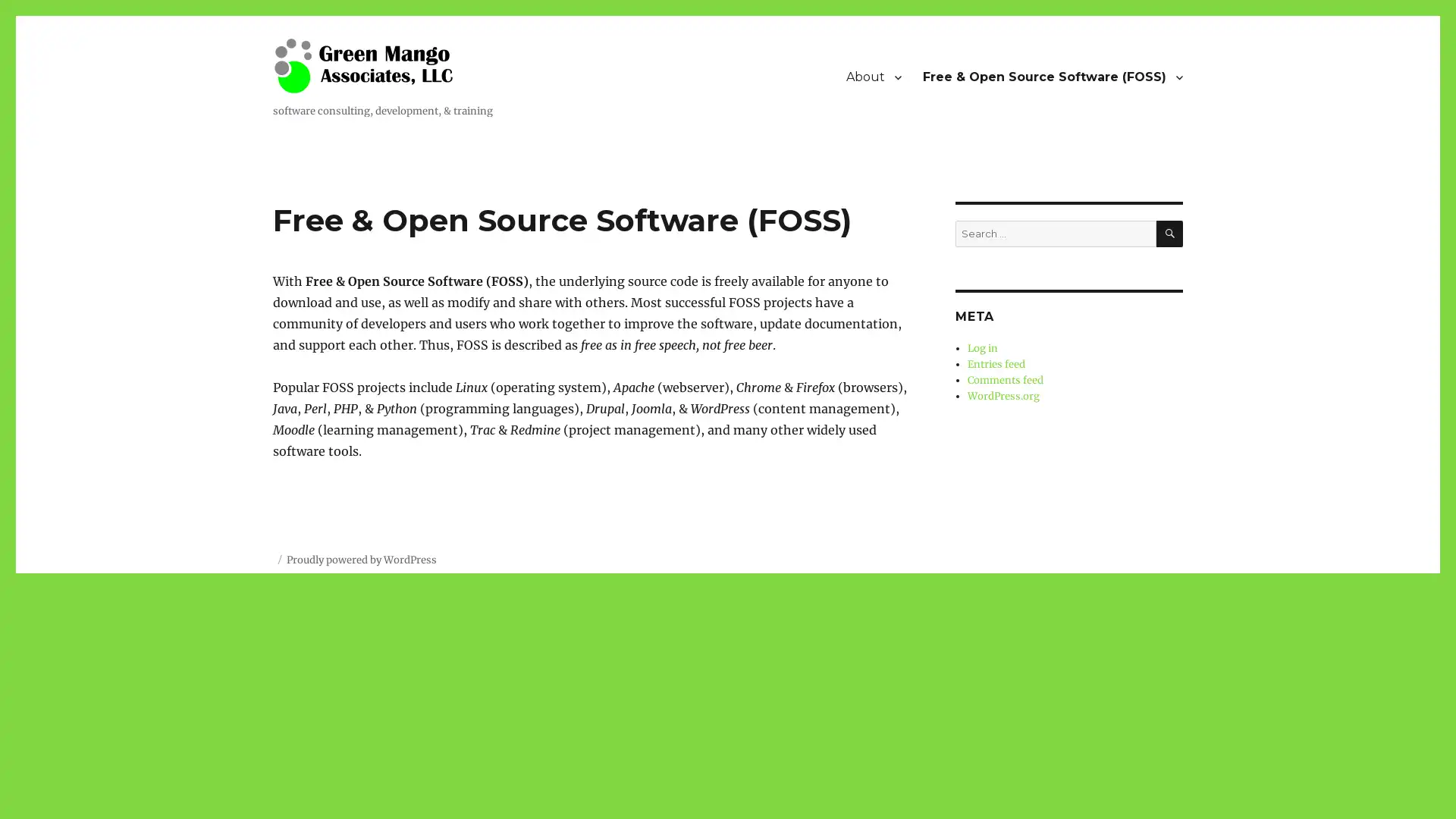  I want to click on SEARCH, so click(1169, 234).